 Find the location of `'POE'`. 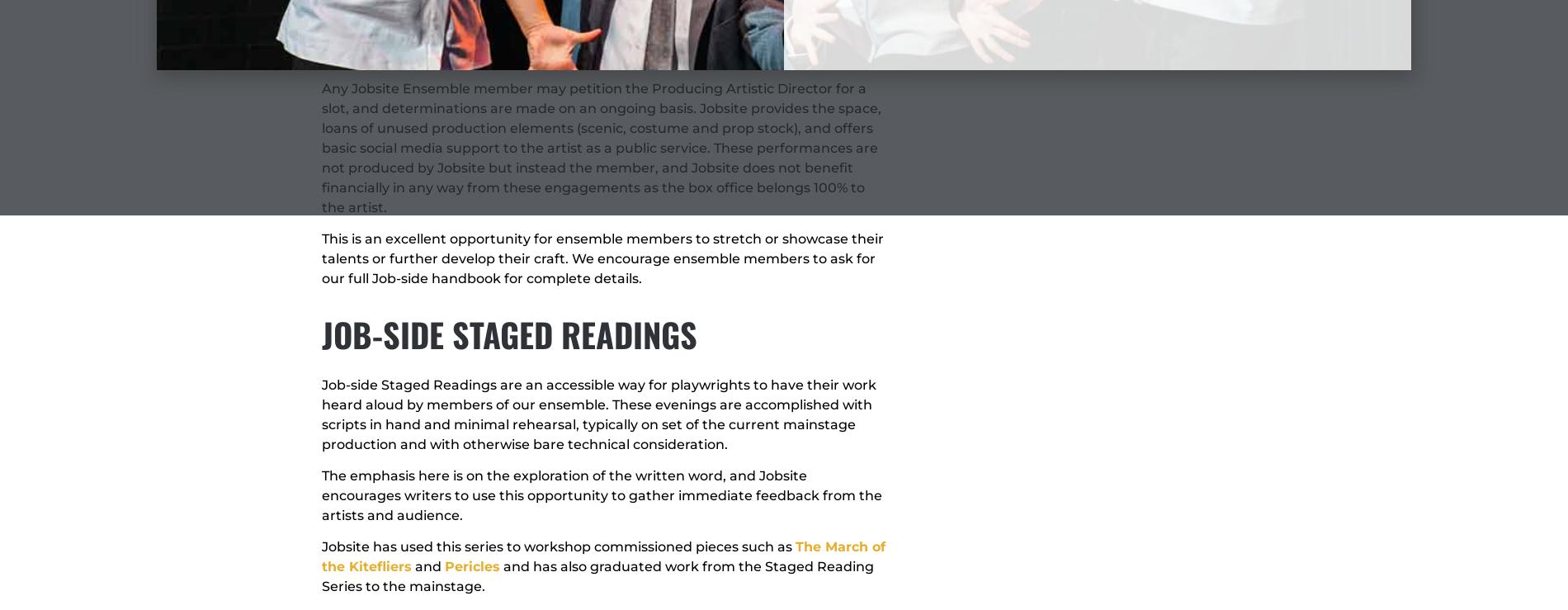

'POE' is located at coordinates (780, 16).